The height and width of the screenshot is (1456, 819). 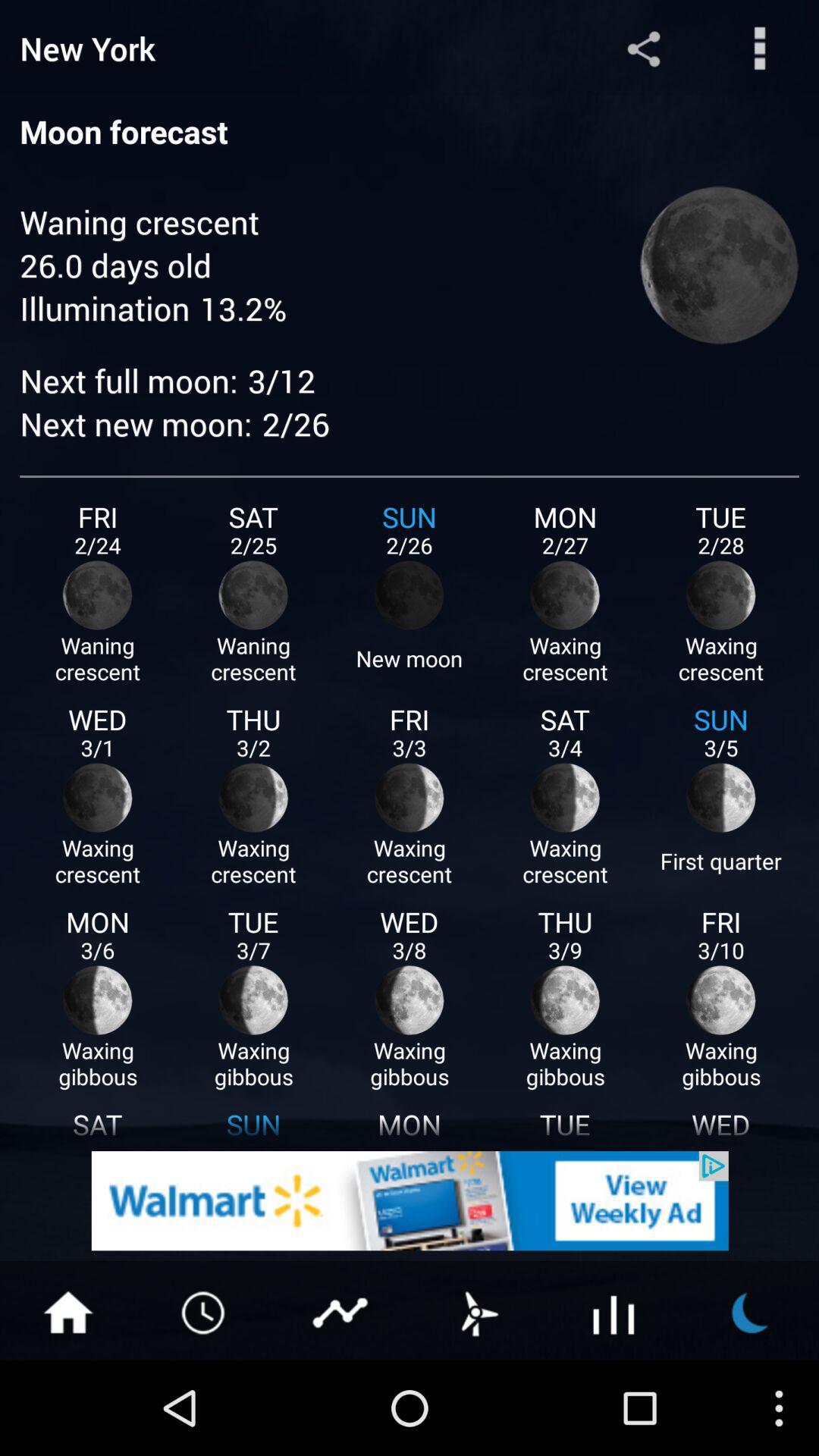 What do you see at coordinates (760, 52) in the screenshot?
I see `the more icon` at bounding box center [760, 52].